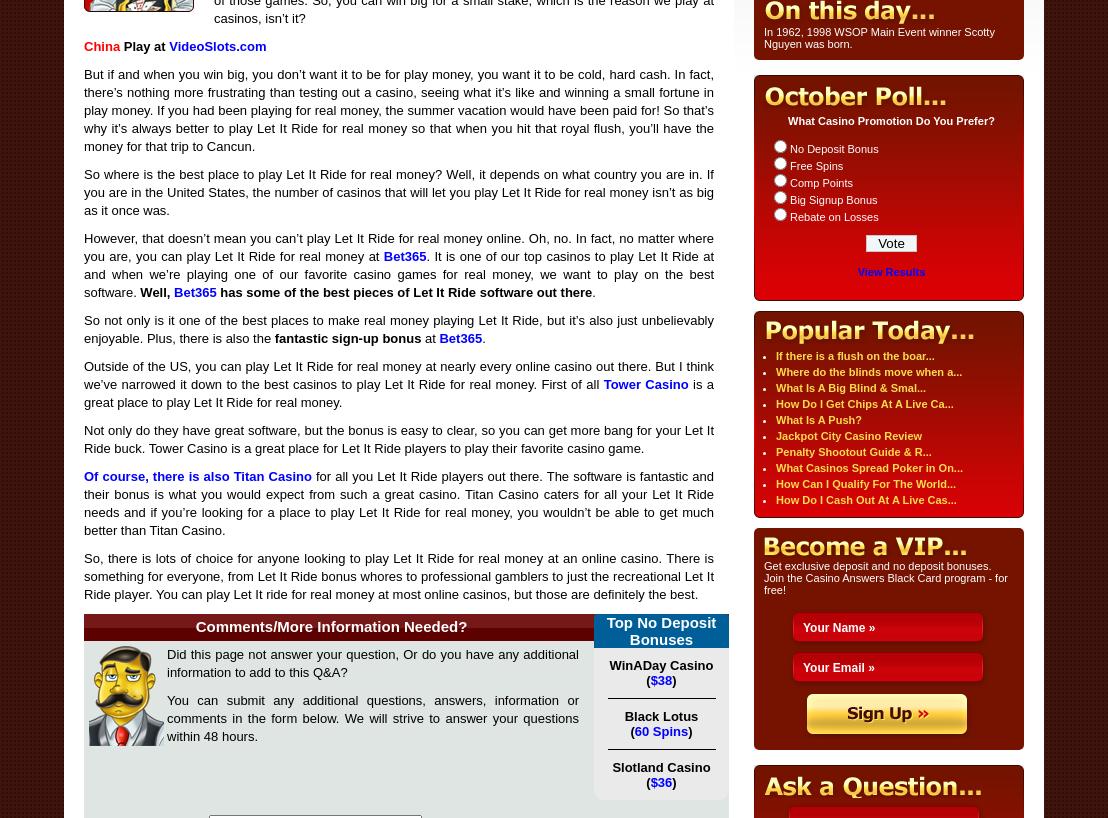 This screenshot has height=818, width=1108. I want to click on 'China', so click(102, 45).